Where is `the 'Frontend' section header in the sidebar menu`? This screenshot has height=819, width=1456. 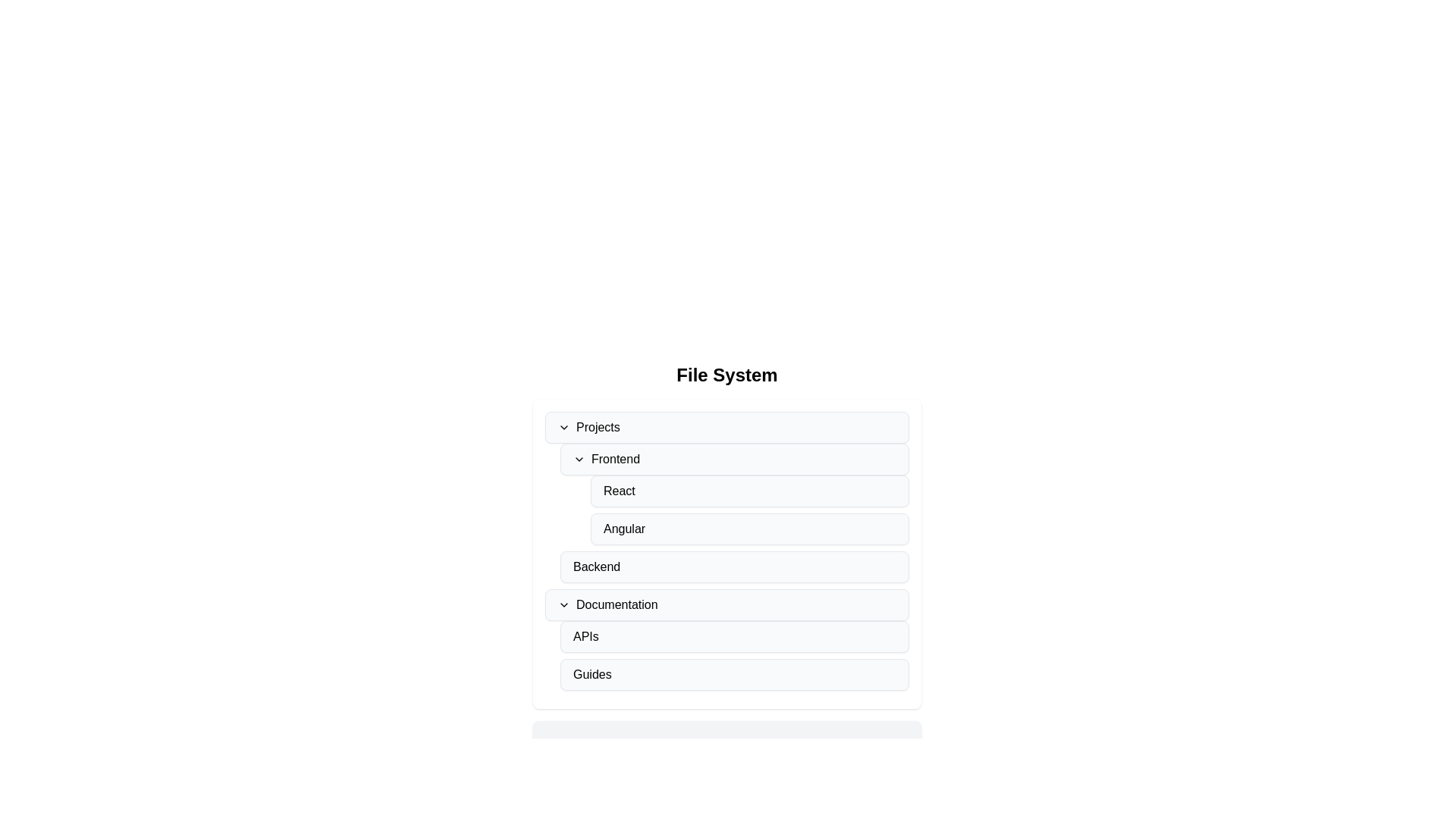 the 'Frontend' section header in the sidebar menu is located at coordinates (607, 458).